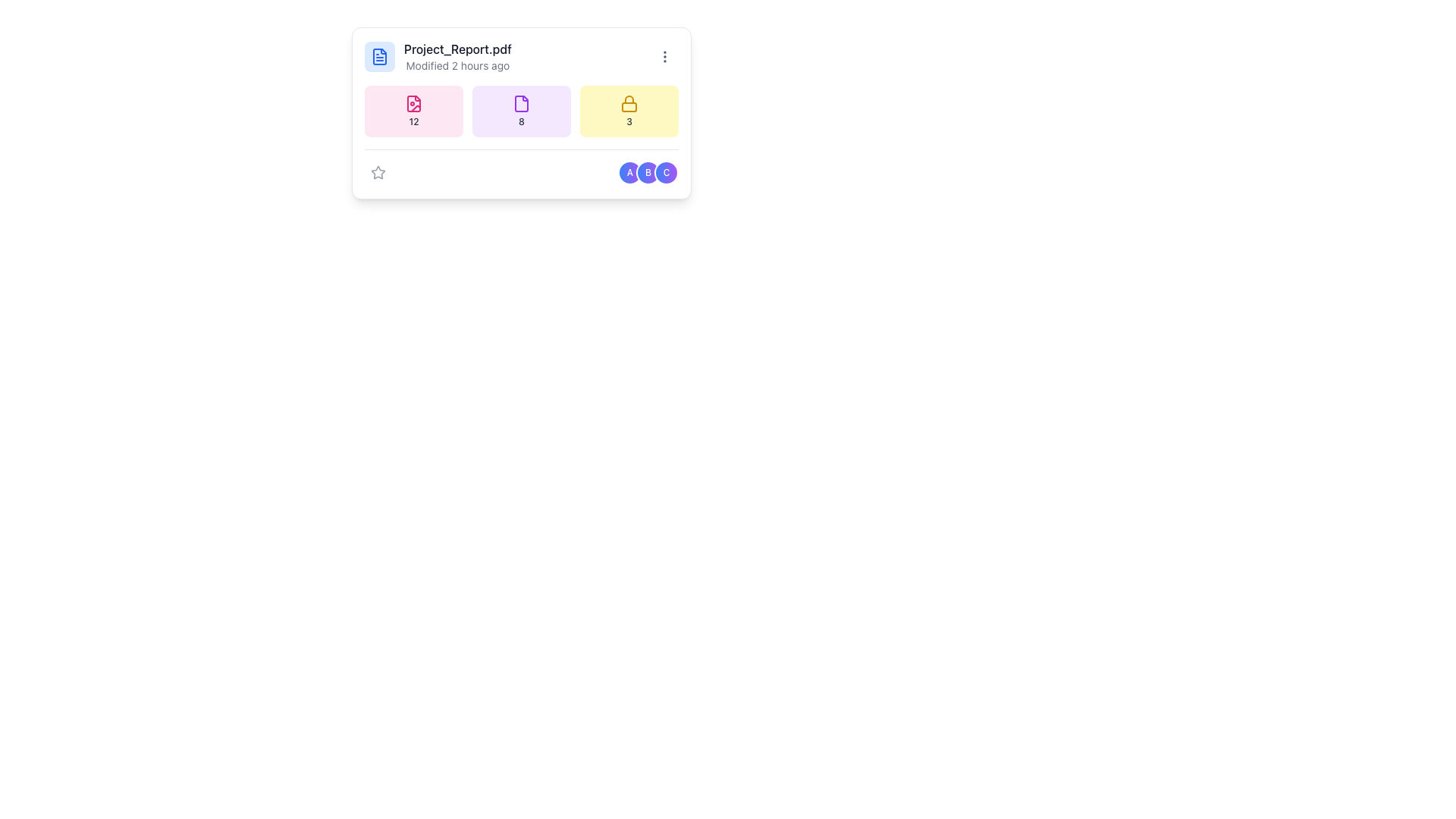  What do you see at coordinates (665, 28) in the screenshot?
I see `the Tooltip that provides additional information for the menu button with three vertical dots, located directly above the button` at bounding box center [665, 28].